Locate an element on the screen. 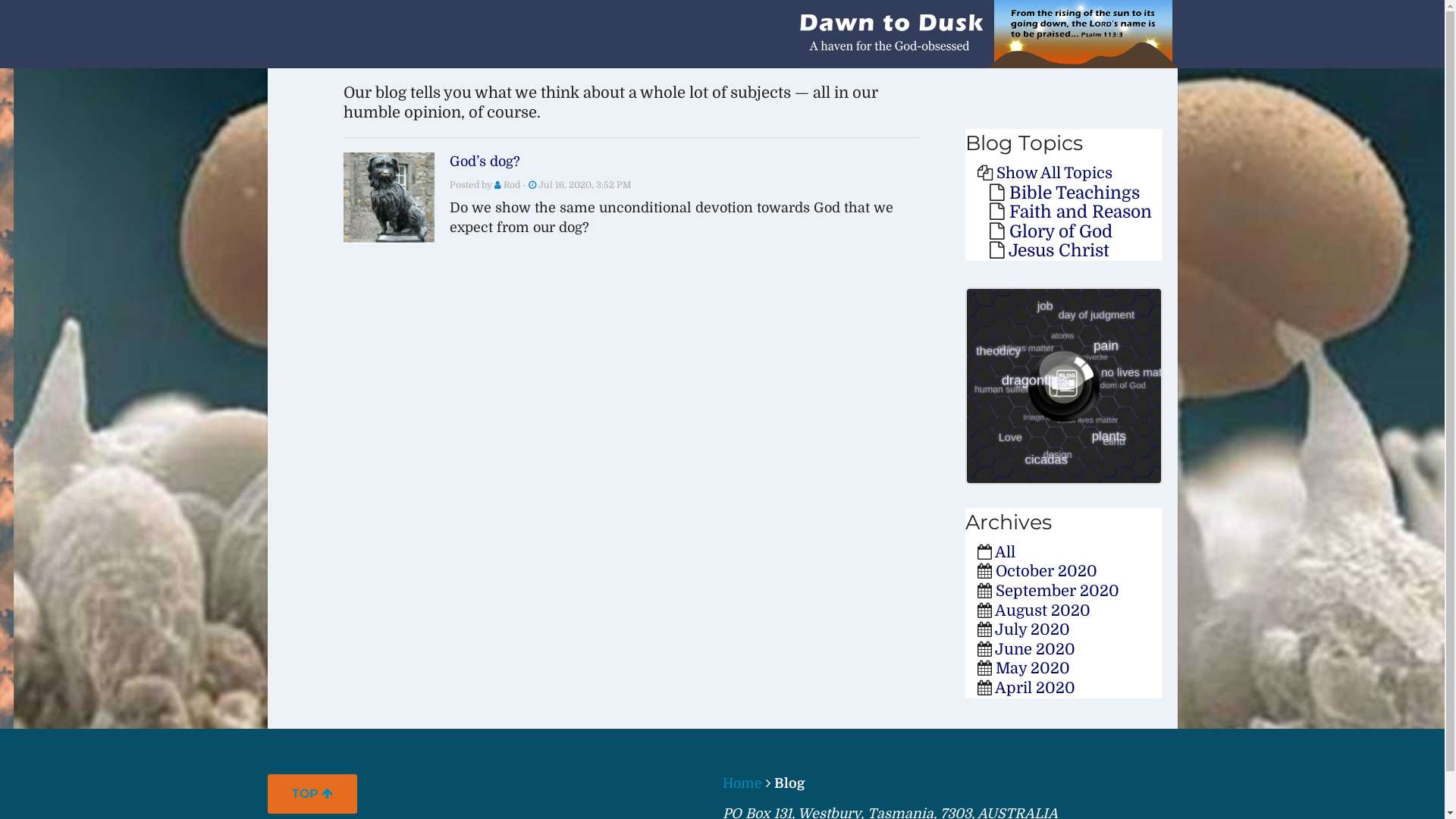  'Faith and Reason' is located at coordinates (1079, 211).